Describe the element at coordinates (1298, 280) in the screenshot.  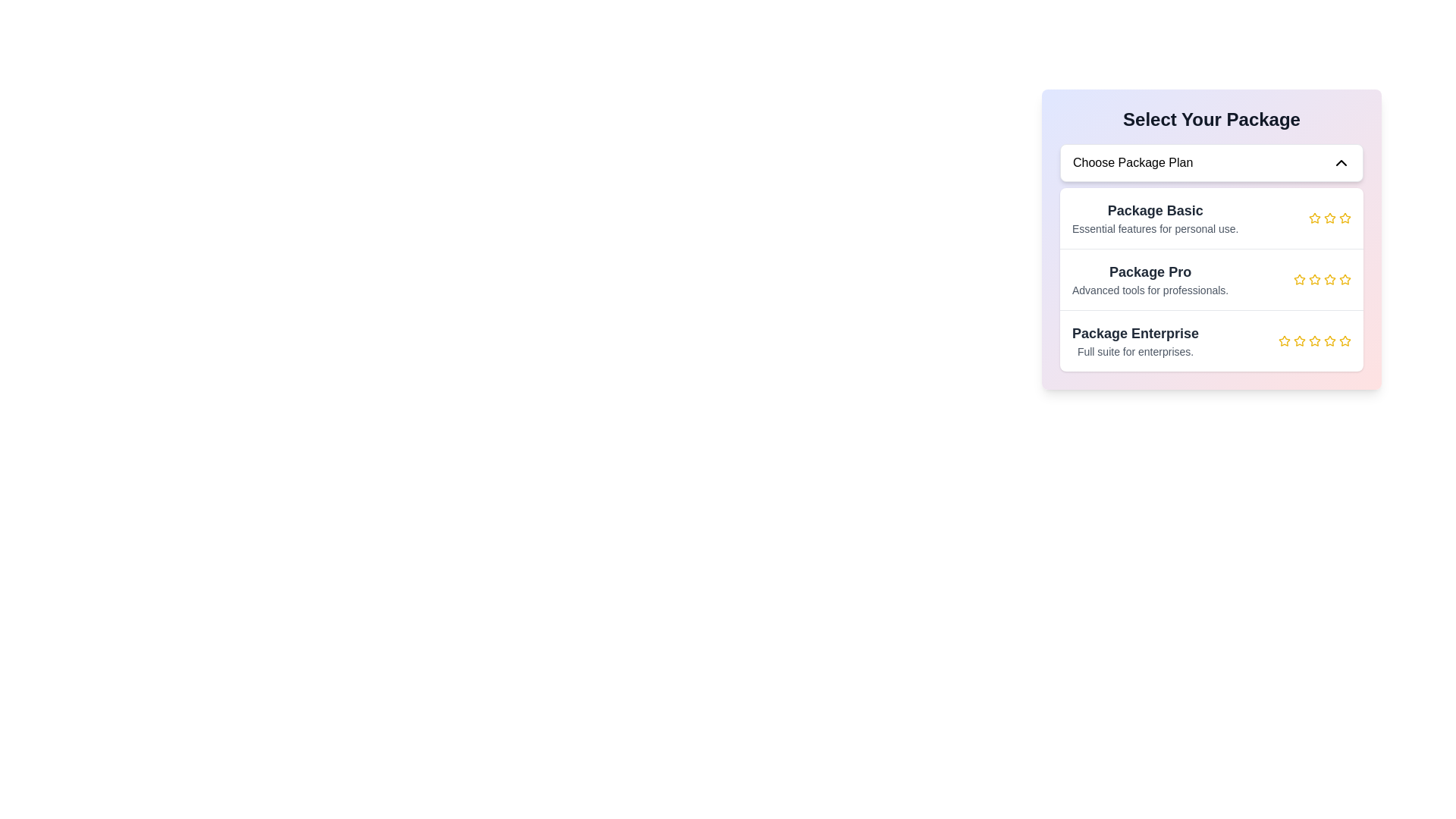
I see `on the first star from the left in the second row of the star rating section for the 'Package Pro' package` at that location.